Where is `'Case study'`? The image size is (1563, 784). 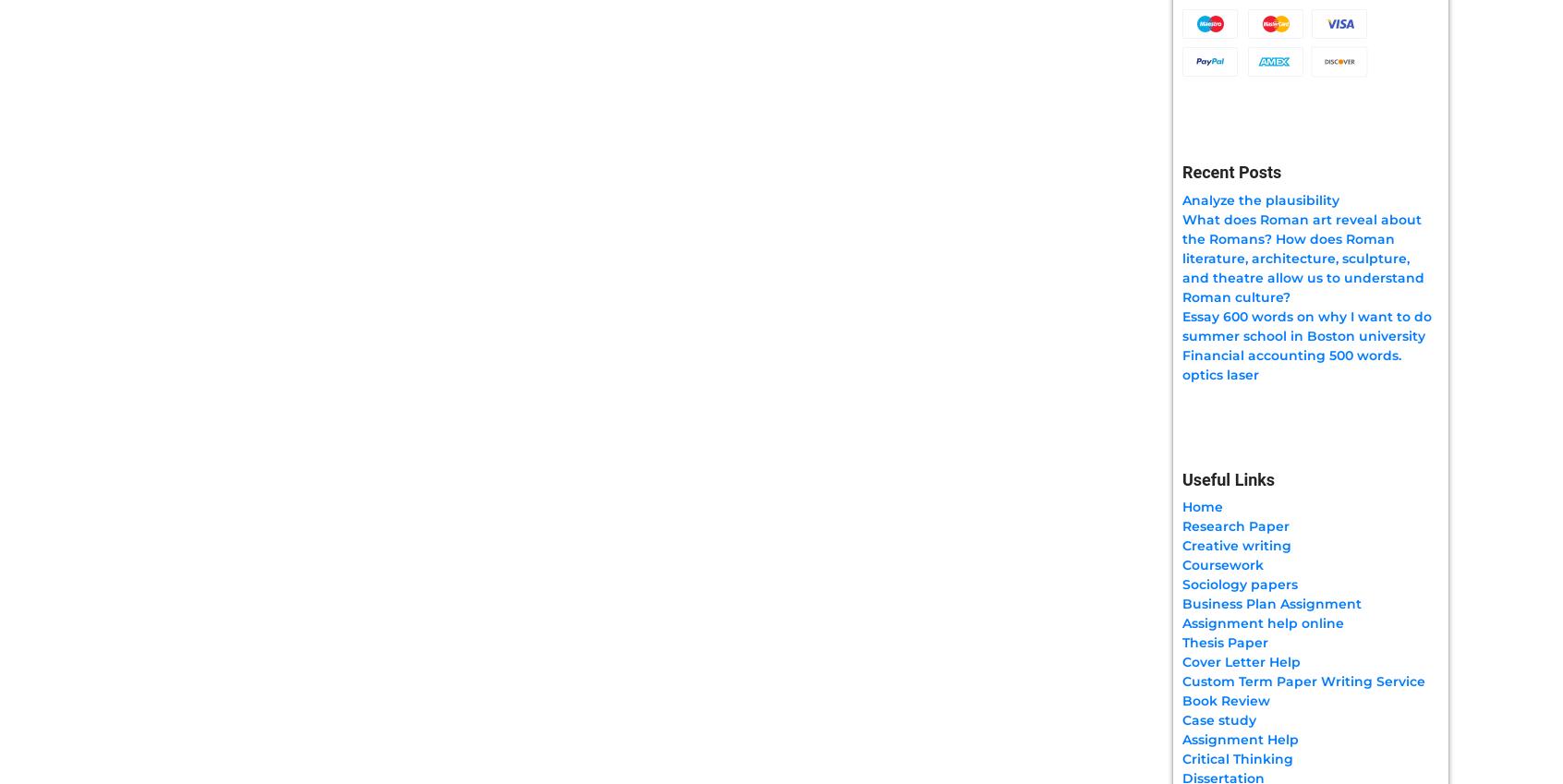 'Case study' is located at coordinates (1181, 718).